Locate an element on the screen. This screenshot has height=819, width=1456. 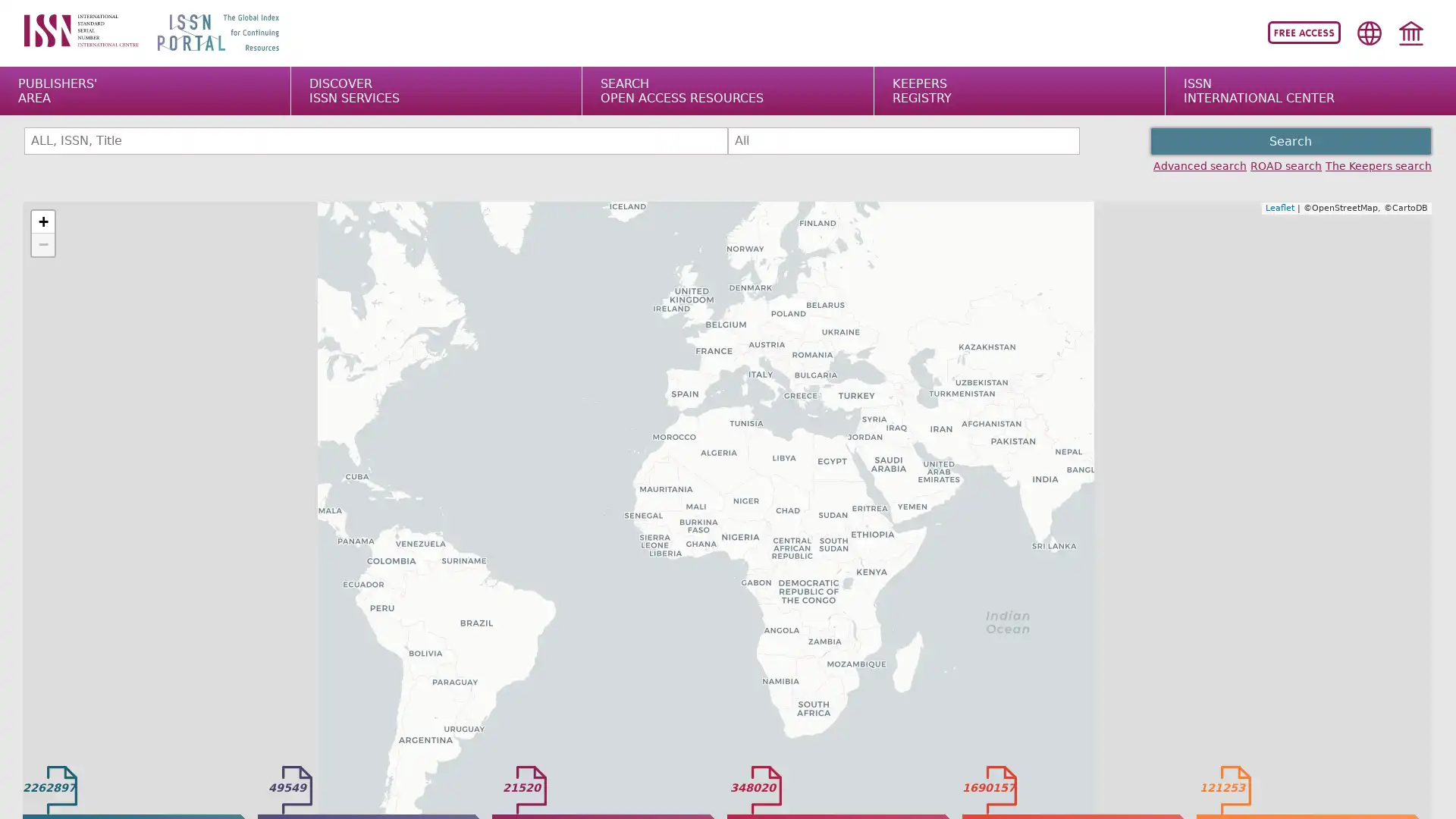
Search is located at coordinates (1290, 141).